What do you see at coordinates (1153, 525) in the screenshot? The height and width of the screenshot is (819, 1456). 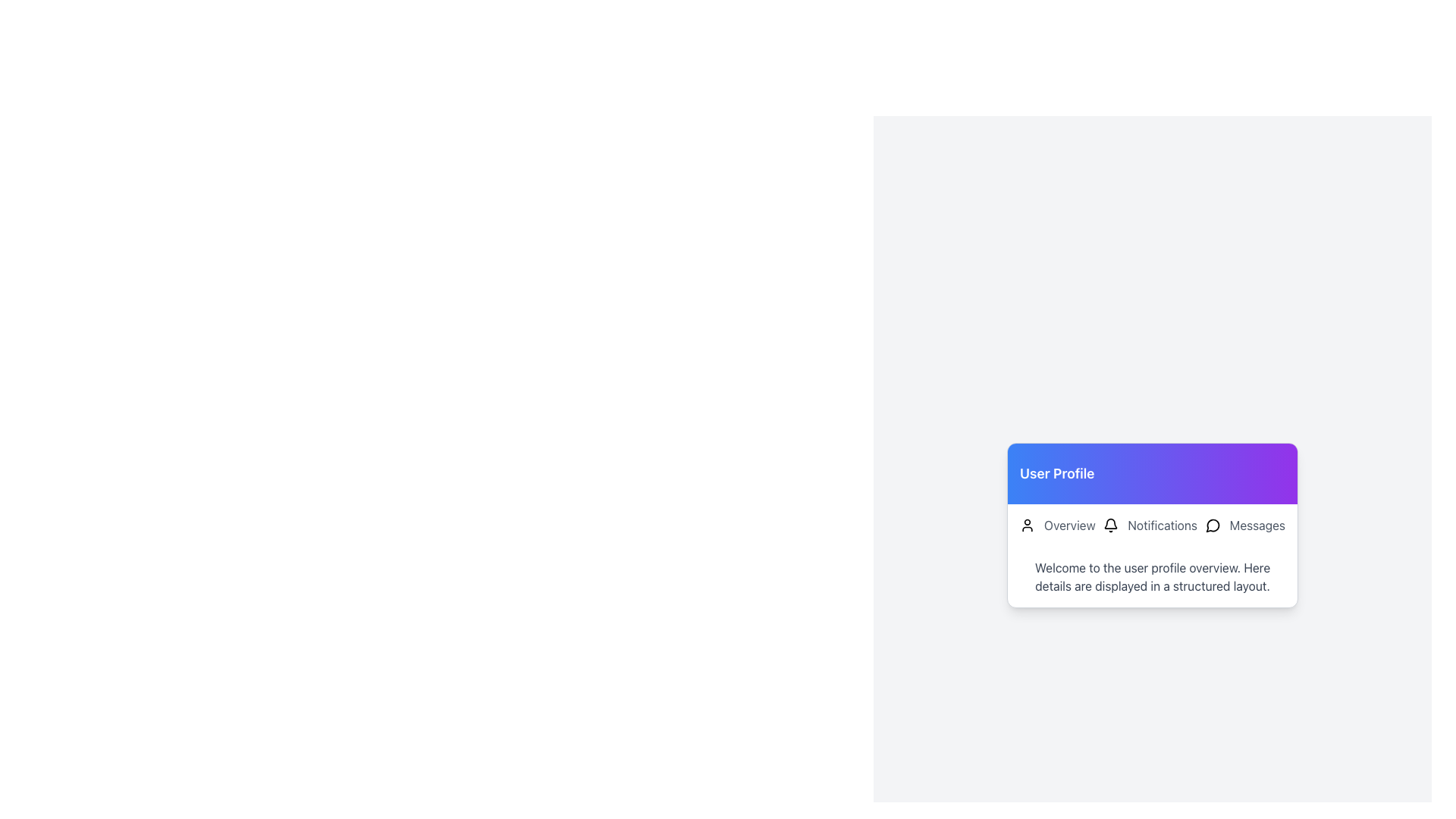 I see `the icons or labels in the Horizontal navigation bar` at bounding box center [1153, 525].